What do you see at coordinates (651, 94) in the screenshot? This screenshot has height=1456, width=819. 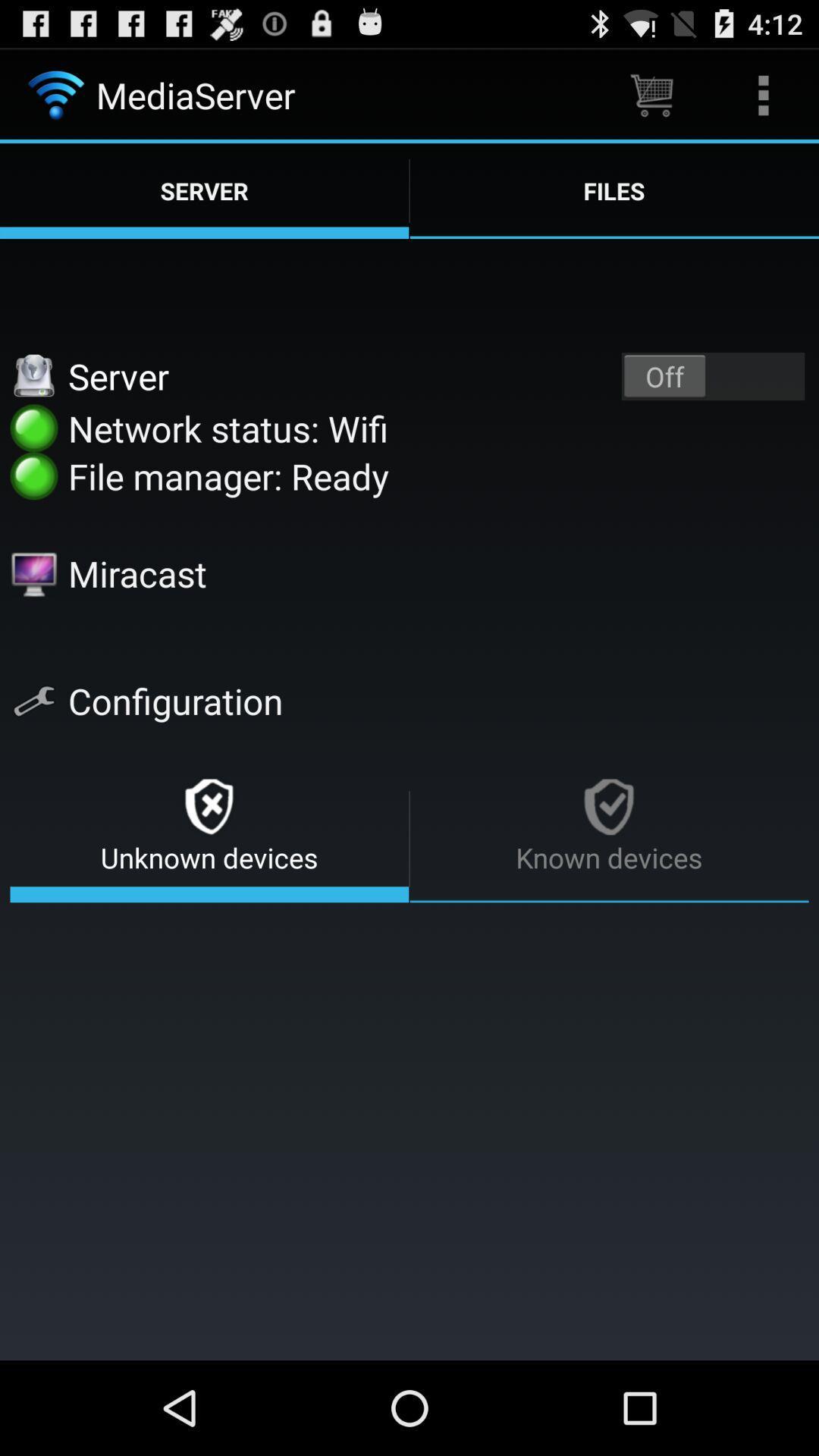 I see `item to the right of the mediaserver item` at bounding box center [651, 94].